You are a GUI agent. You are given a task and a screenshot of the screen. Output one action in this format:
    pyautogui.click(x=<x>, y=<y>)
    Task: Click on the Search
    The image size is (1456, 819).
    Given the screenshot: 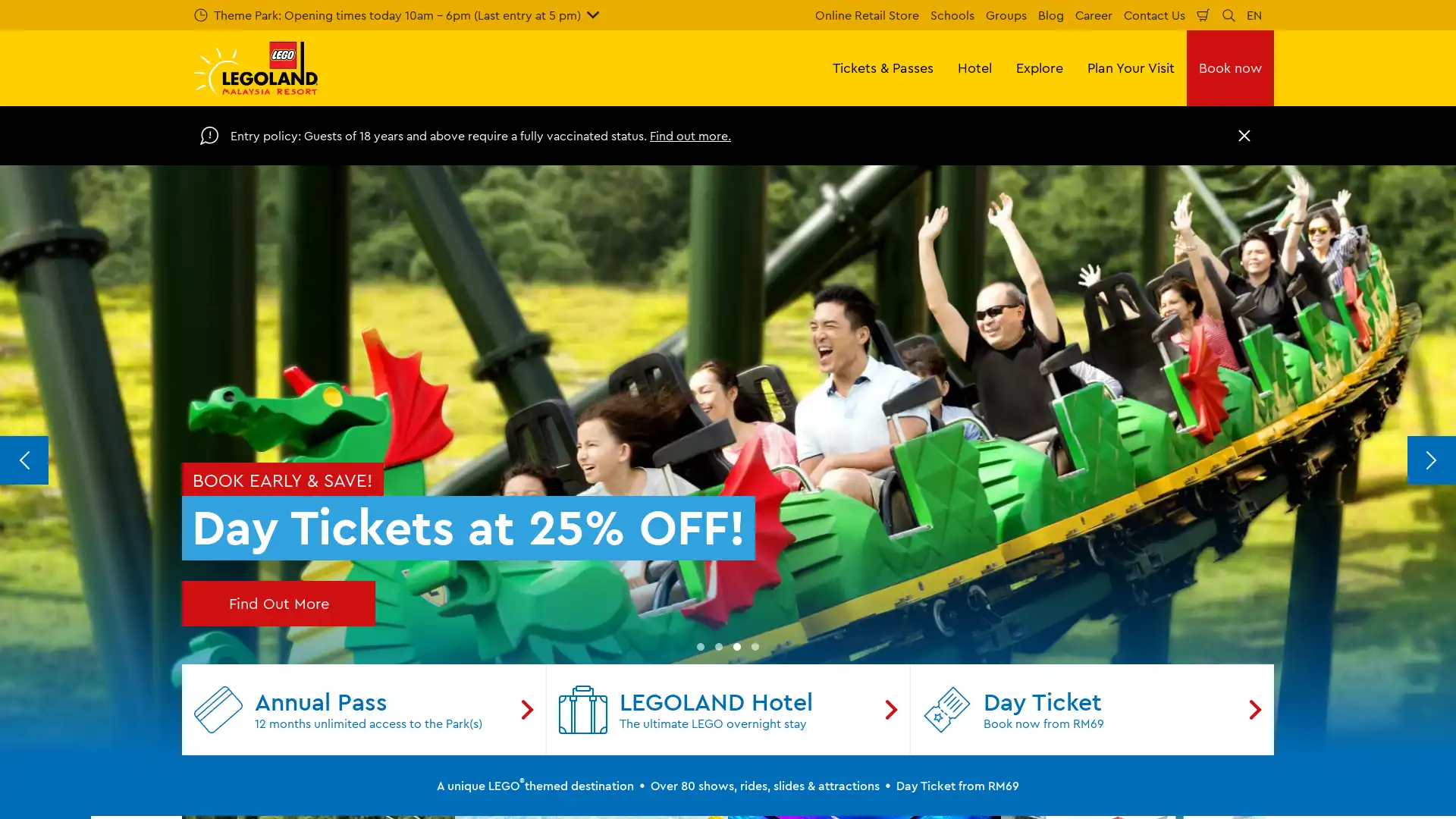 What is the action you would take?
    pyautogui.click(x=1228, y=14)
    